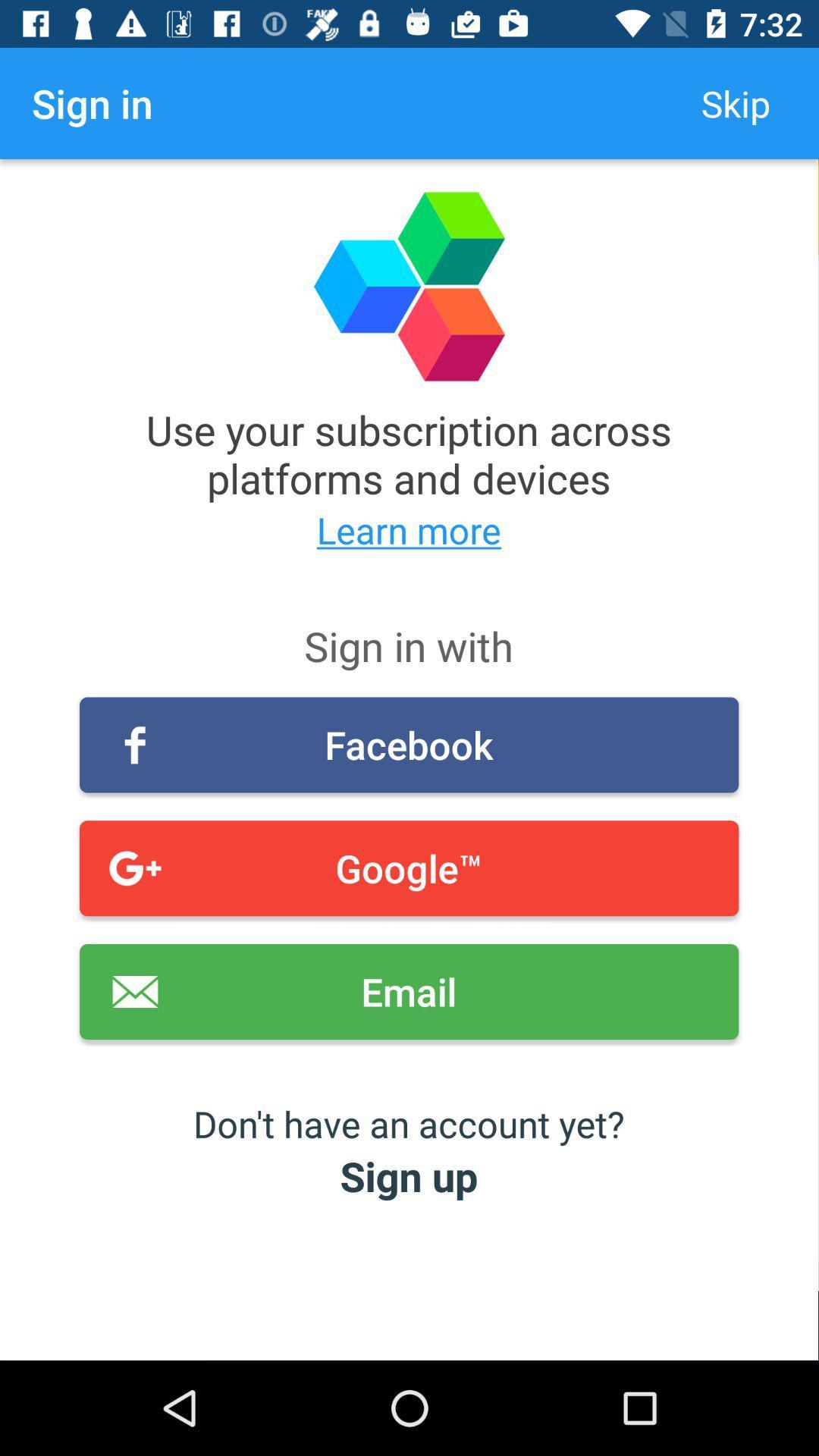 The image size is (819, 1456). I want to click on learn more, so click(408, 530).